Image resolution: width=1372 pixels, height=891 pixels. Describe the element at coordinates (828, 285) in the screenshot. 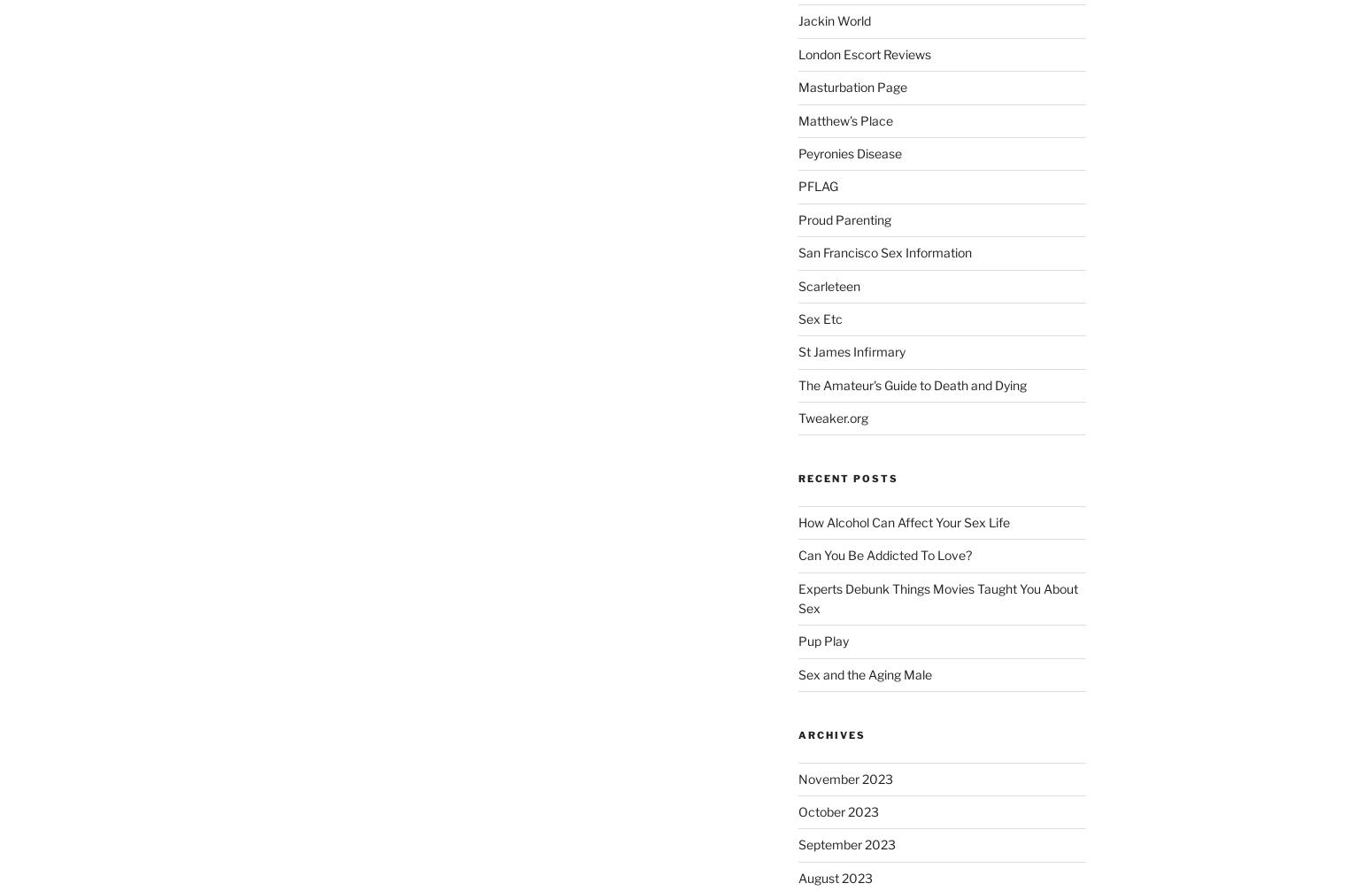

I see `'Scarleteen'` at that location.